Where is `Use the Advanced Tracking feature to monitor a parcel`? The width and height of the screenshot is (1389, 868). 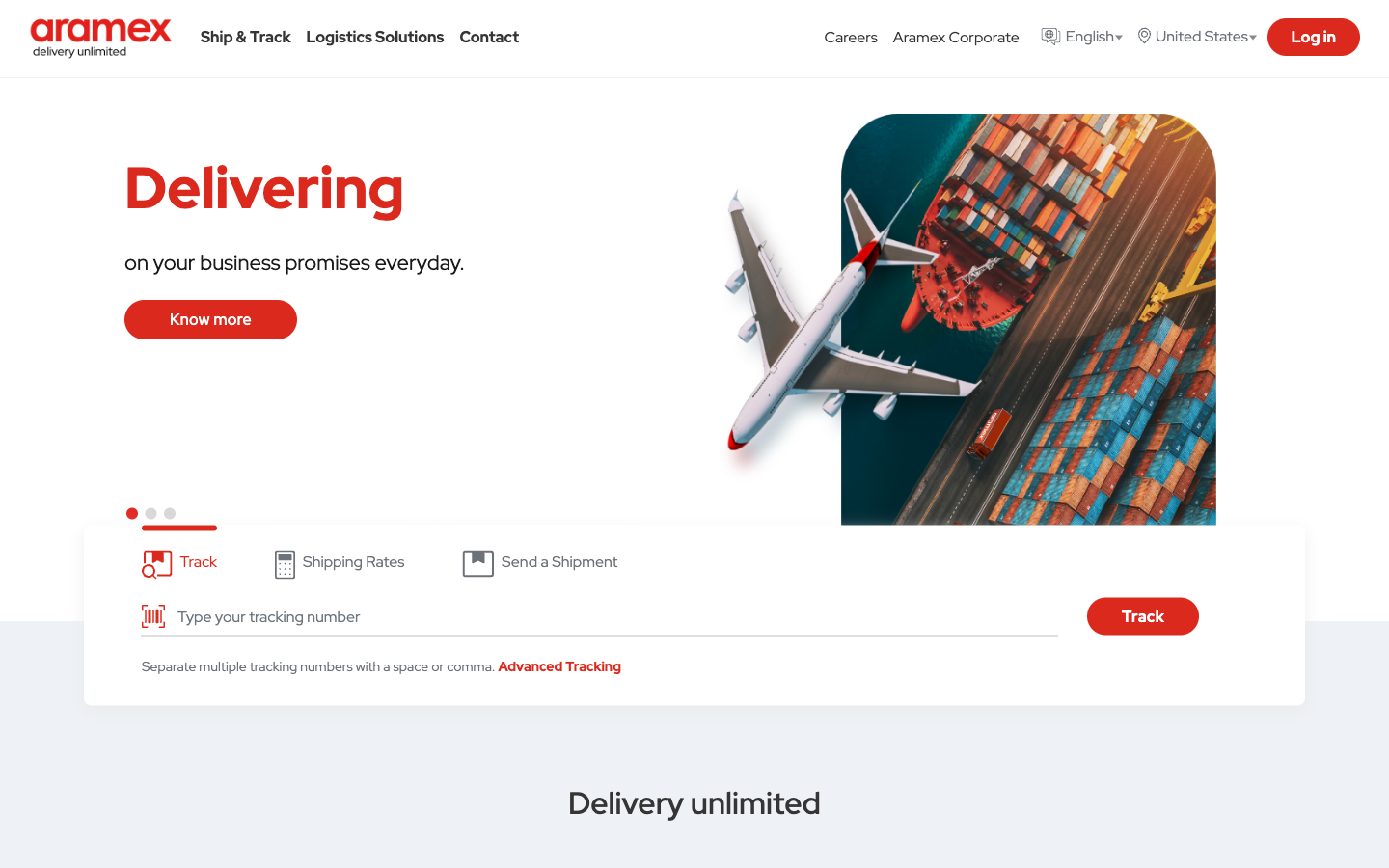
Use the Advanced Tracking feature to monitor a parcel is located at coordinates (559, 665).